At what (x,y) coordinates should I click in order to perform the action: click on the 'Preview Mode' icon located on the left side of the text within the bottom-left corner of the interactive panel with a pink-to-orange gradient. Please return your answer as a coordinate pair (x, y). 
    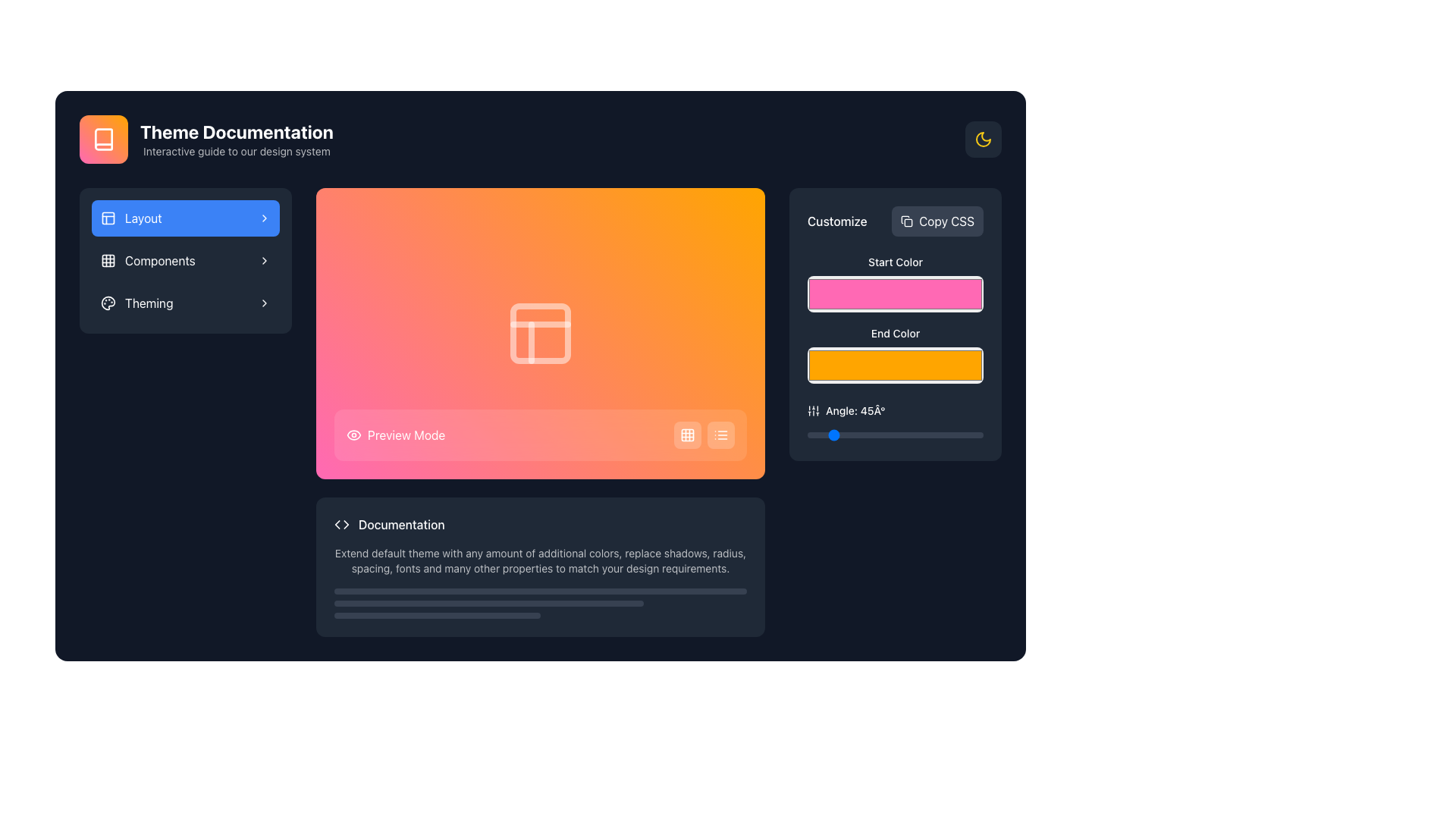
    Looking at the image, I should click on (353, 435).